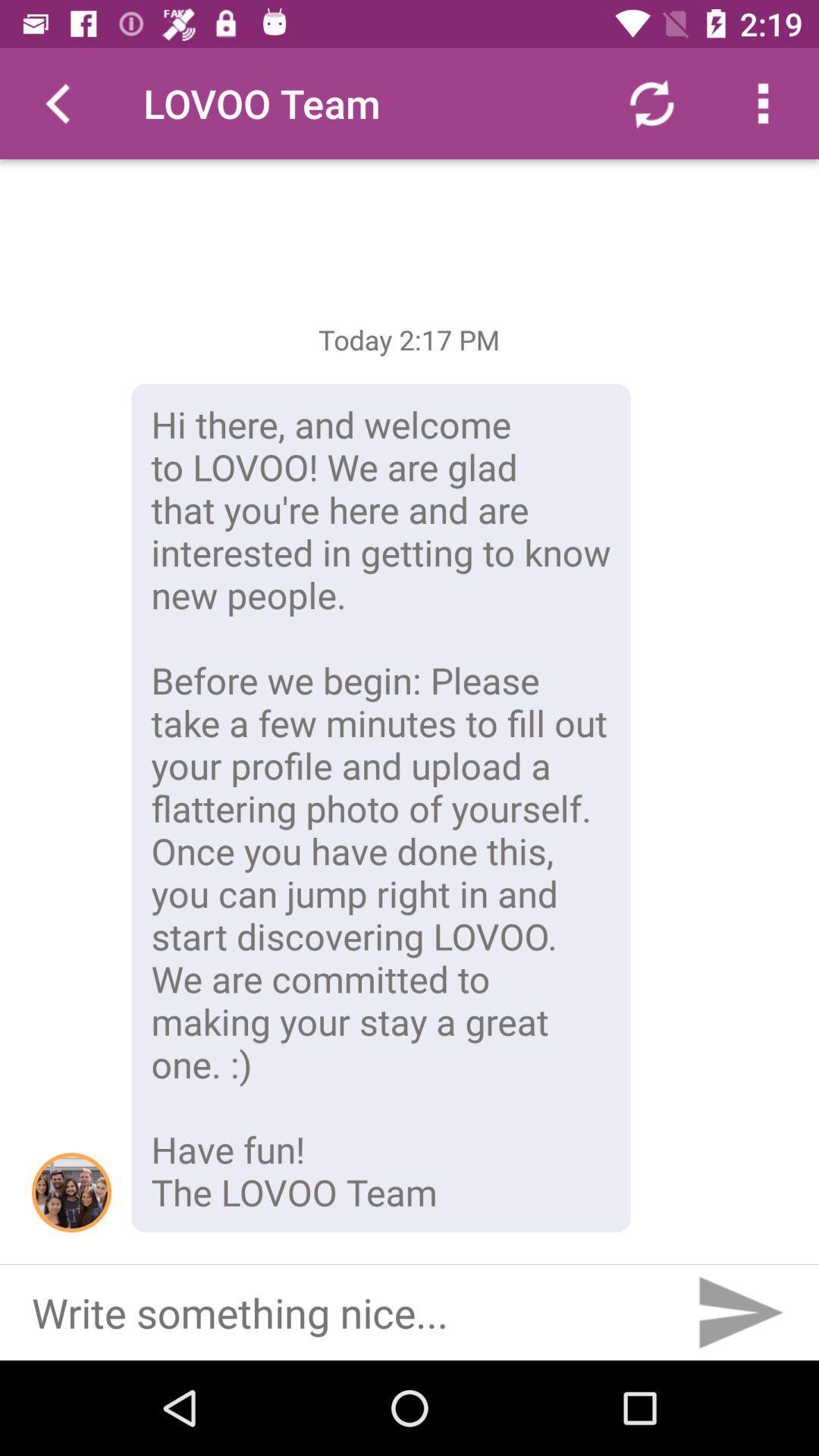 The image size is (819, 1456). Describe the element at coordinates (71, 1191) in the screenshot. I see `friend` at that location.